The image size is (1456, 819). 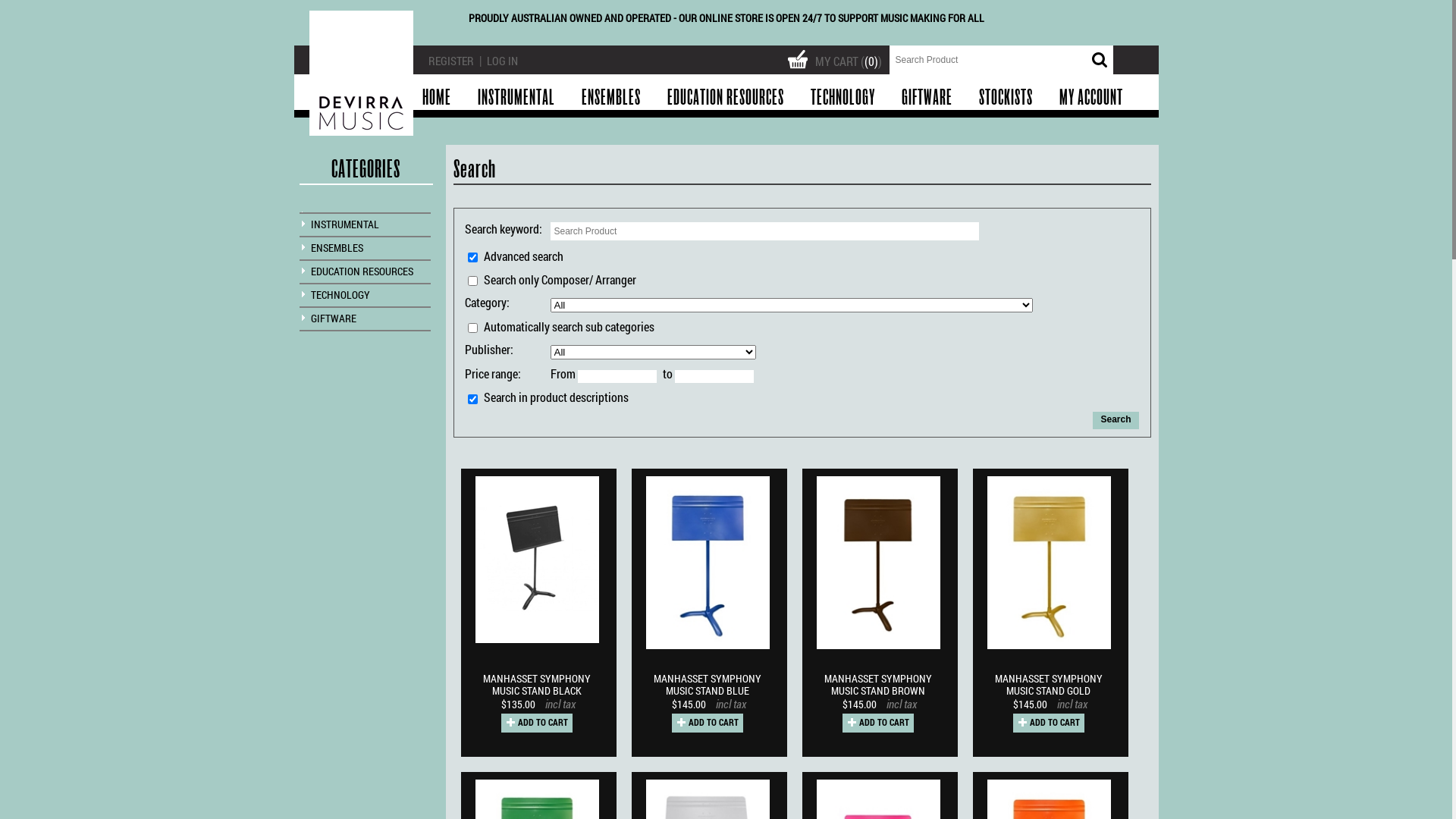 What do you see at coordinates (965, 97) in the screenshot?
I see `'STOCKISTS'` at bounding box center [965, 97].